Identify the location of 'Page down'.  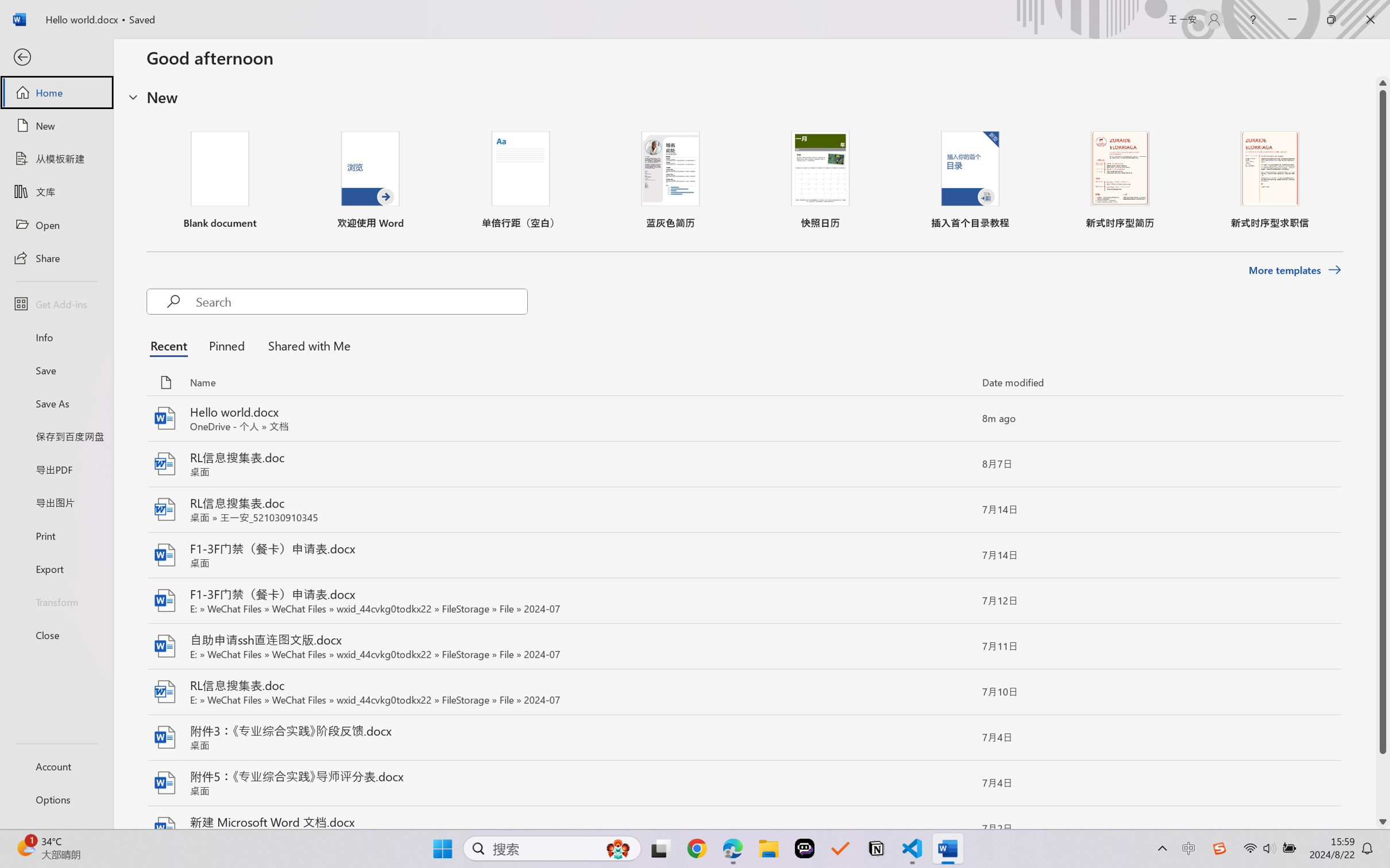
(1383, 784).